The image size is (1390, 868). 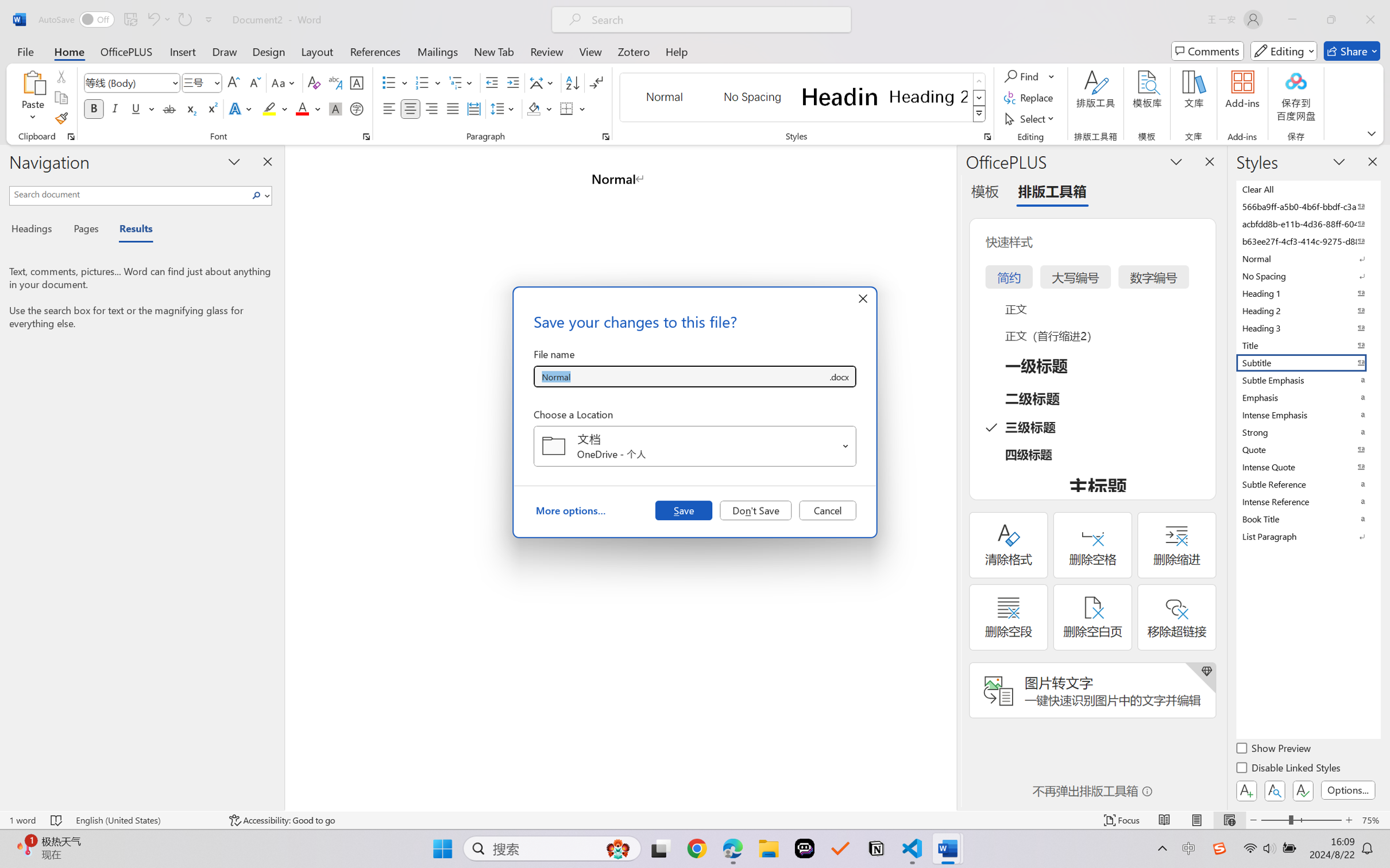 I want to click on 'AutomationID: BadgeAnchorLargeTicker', so click(x=25, y=847).